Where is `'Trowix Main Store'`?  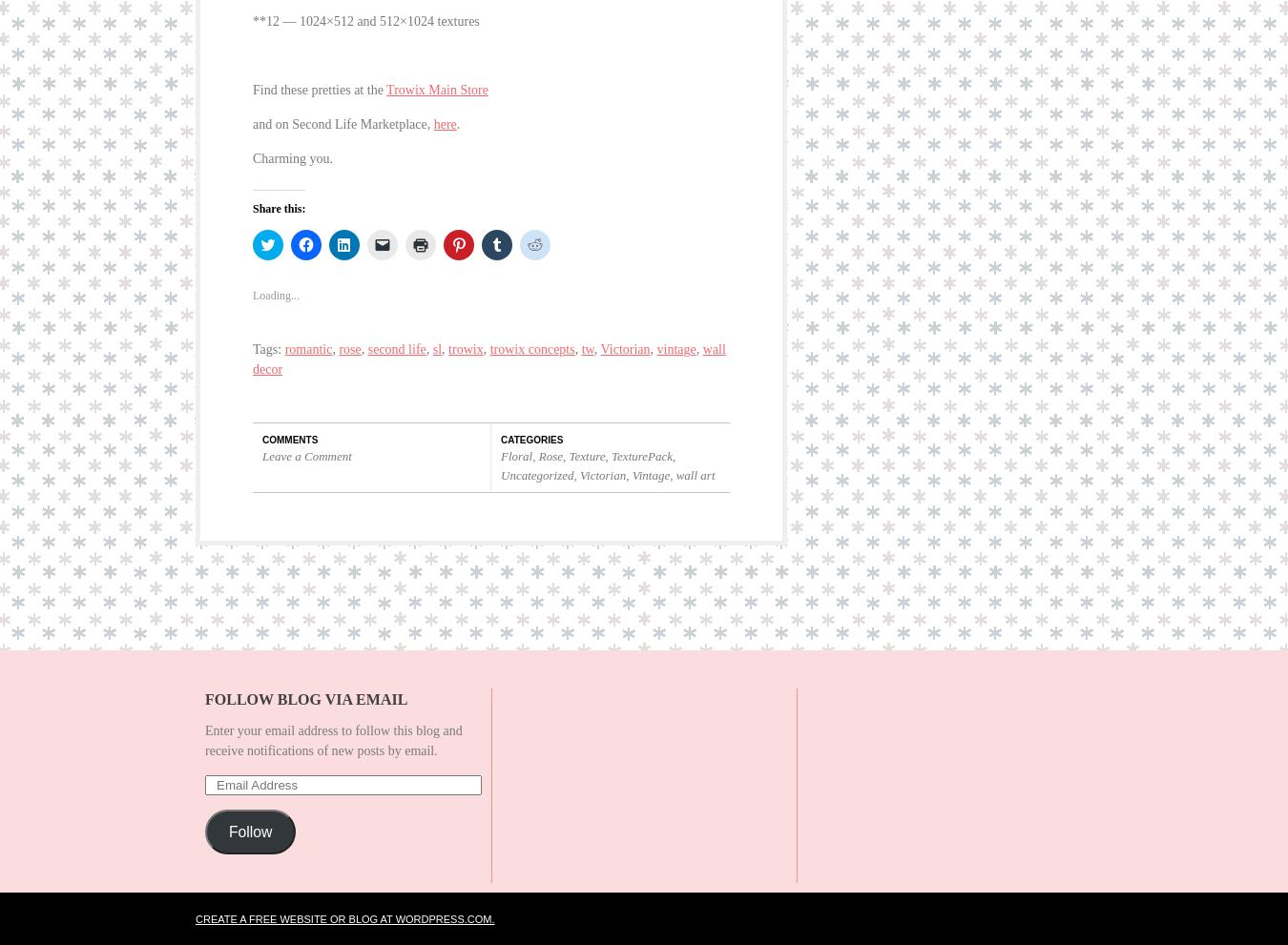 'Trowix Main Store' is located at coordinates (436, 75).